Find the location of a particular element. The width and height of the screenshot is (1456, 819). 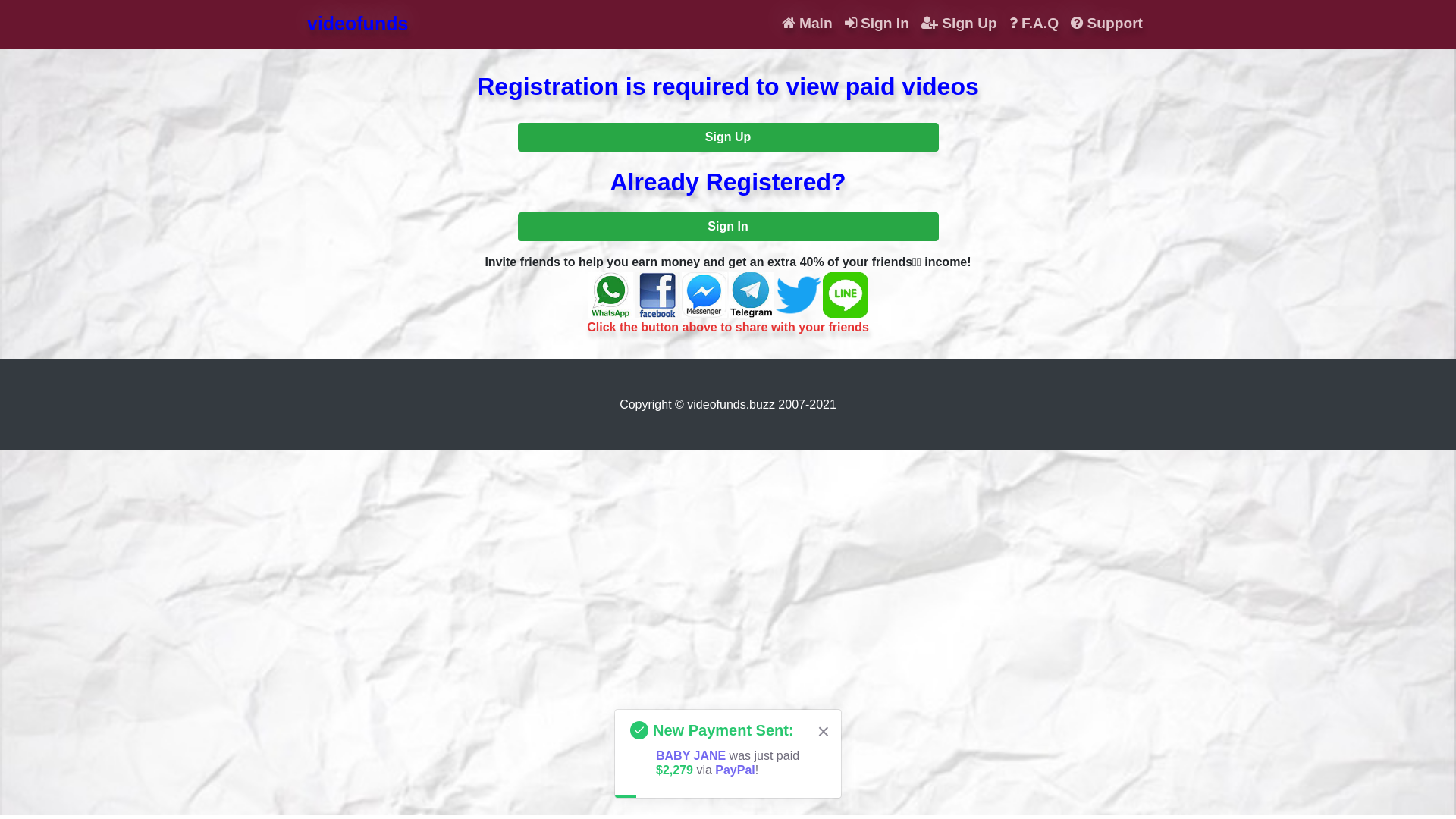

'Support' is located at coordinates (1106, 24).